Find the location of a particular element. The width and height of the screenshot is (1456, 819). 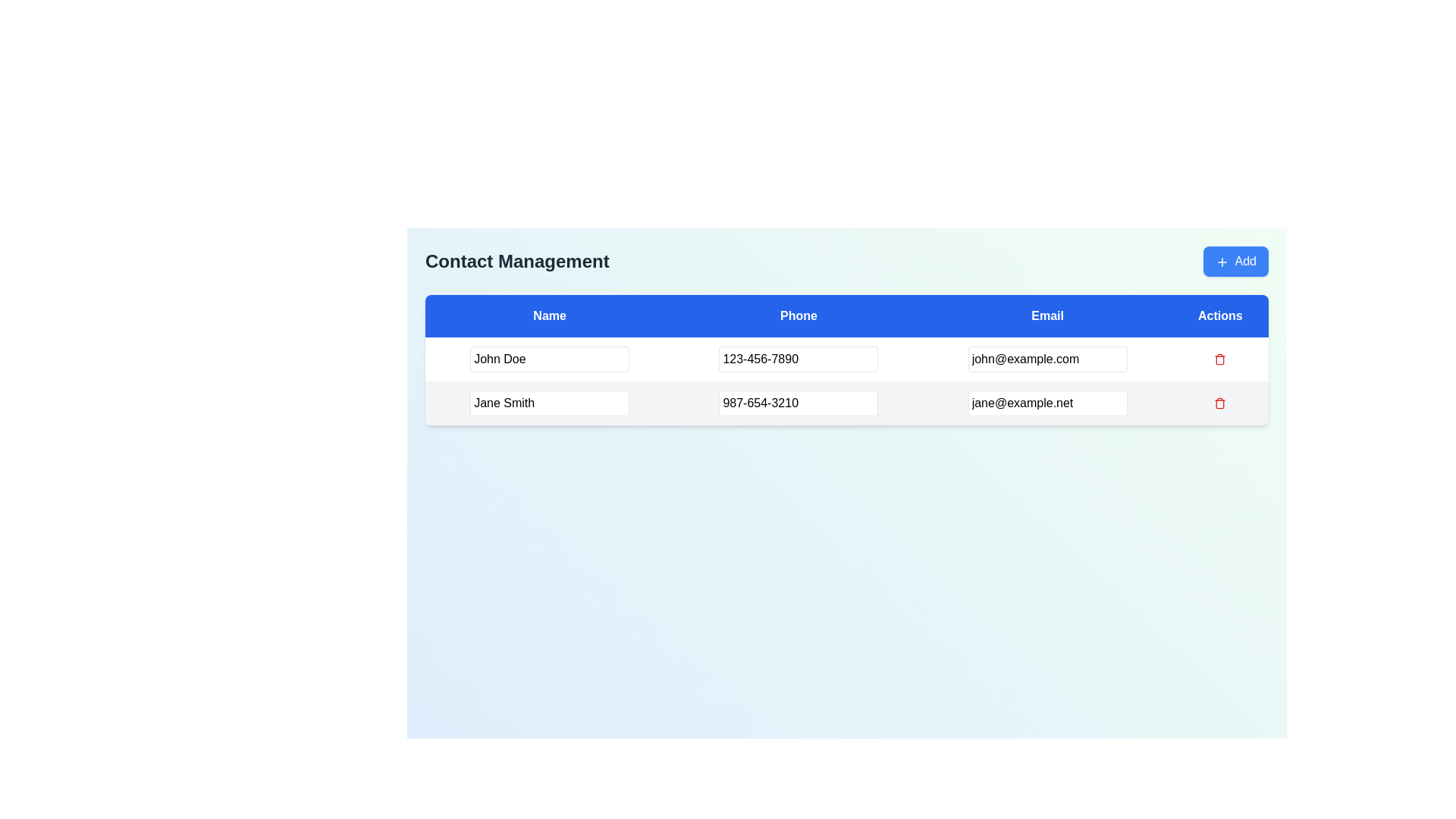

the rectangular button with a blue background and white 'Add' text, located on the top-right side of the 'Contact Management' section is located at coordinates (1235, 260).